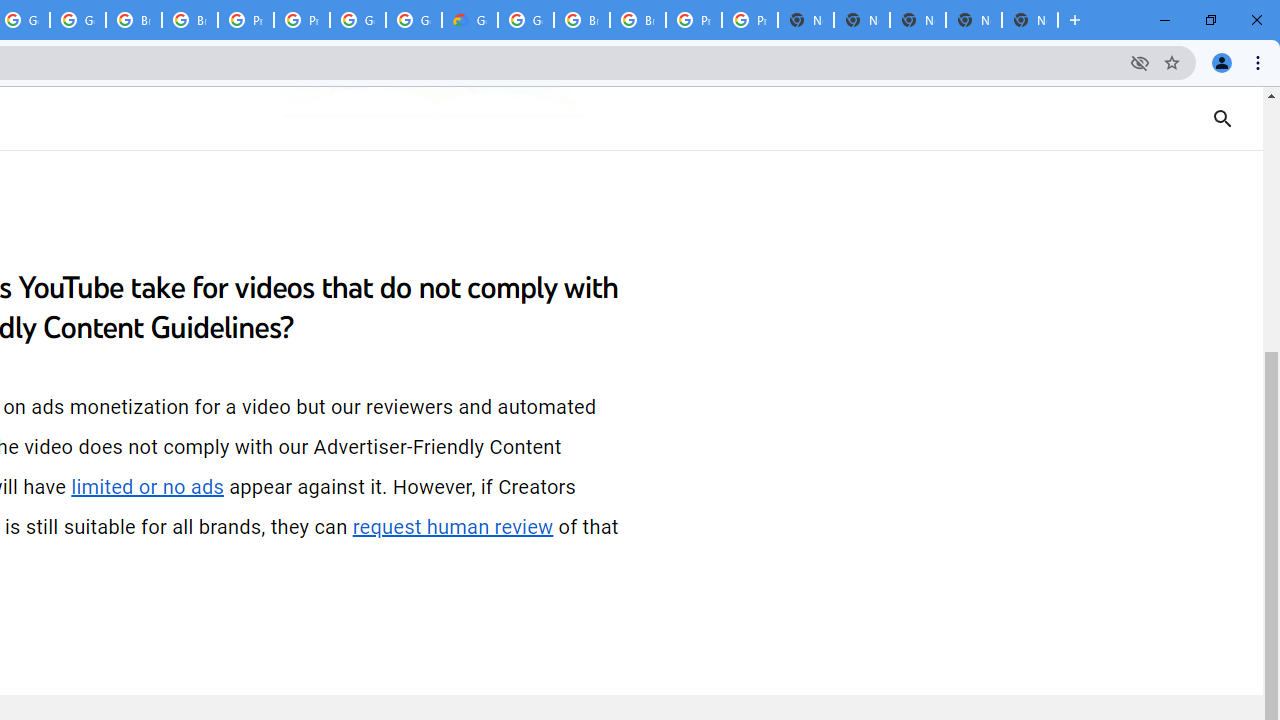 Image resolution: width=1280 pixels, height=720 pixels. What do you see at coordinates (1222, 118) in the screenshot?
I see `'Search'` at bounding box center [1222, 118].